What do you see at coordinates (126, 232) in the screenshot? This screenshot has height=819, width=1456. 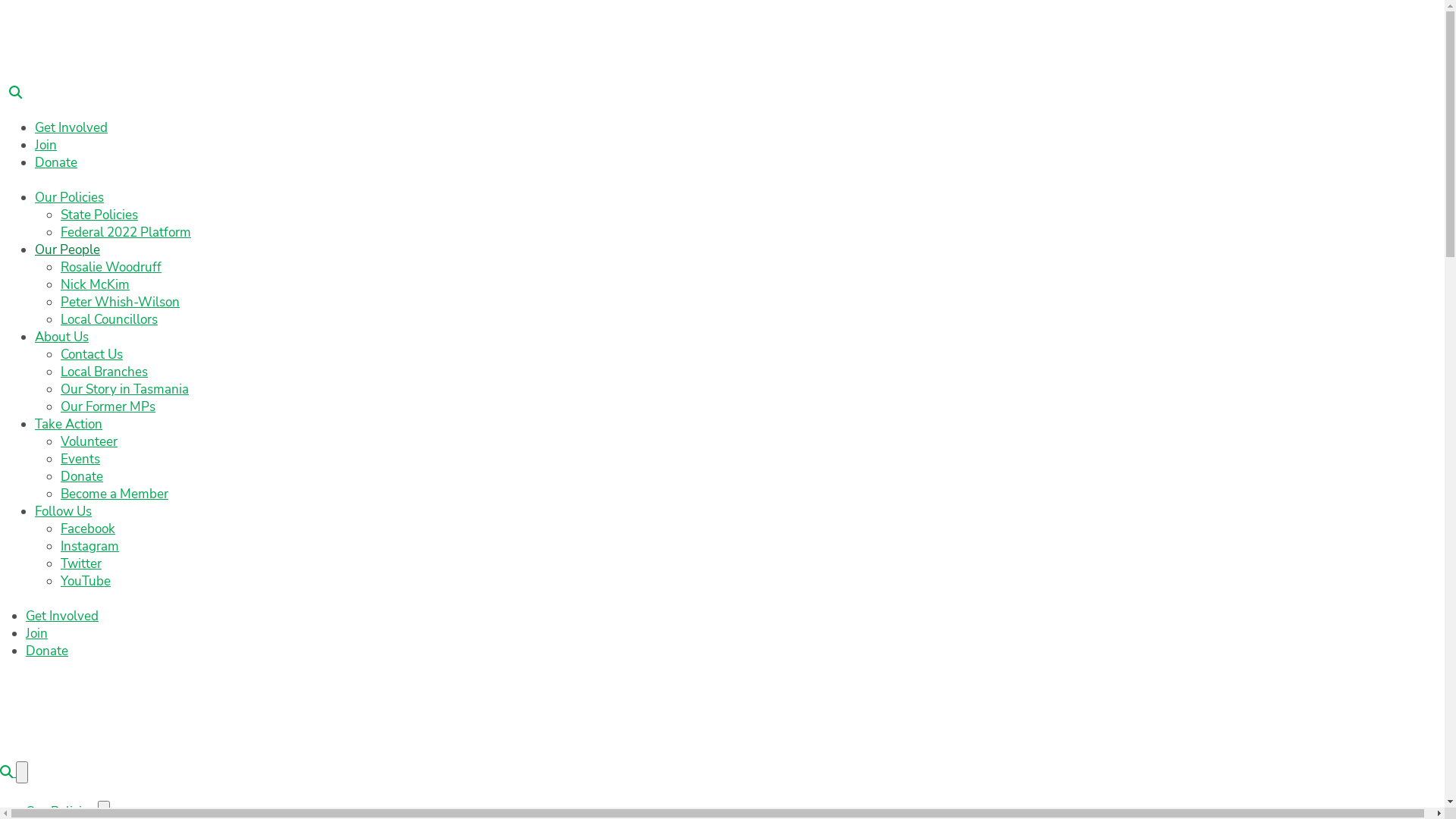 I see `'Federal 2022 Platform'` at bounding box center [126, 232].